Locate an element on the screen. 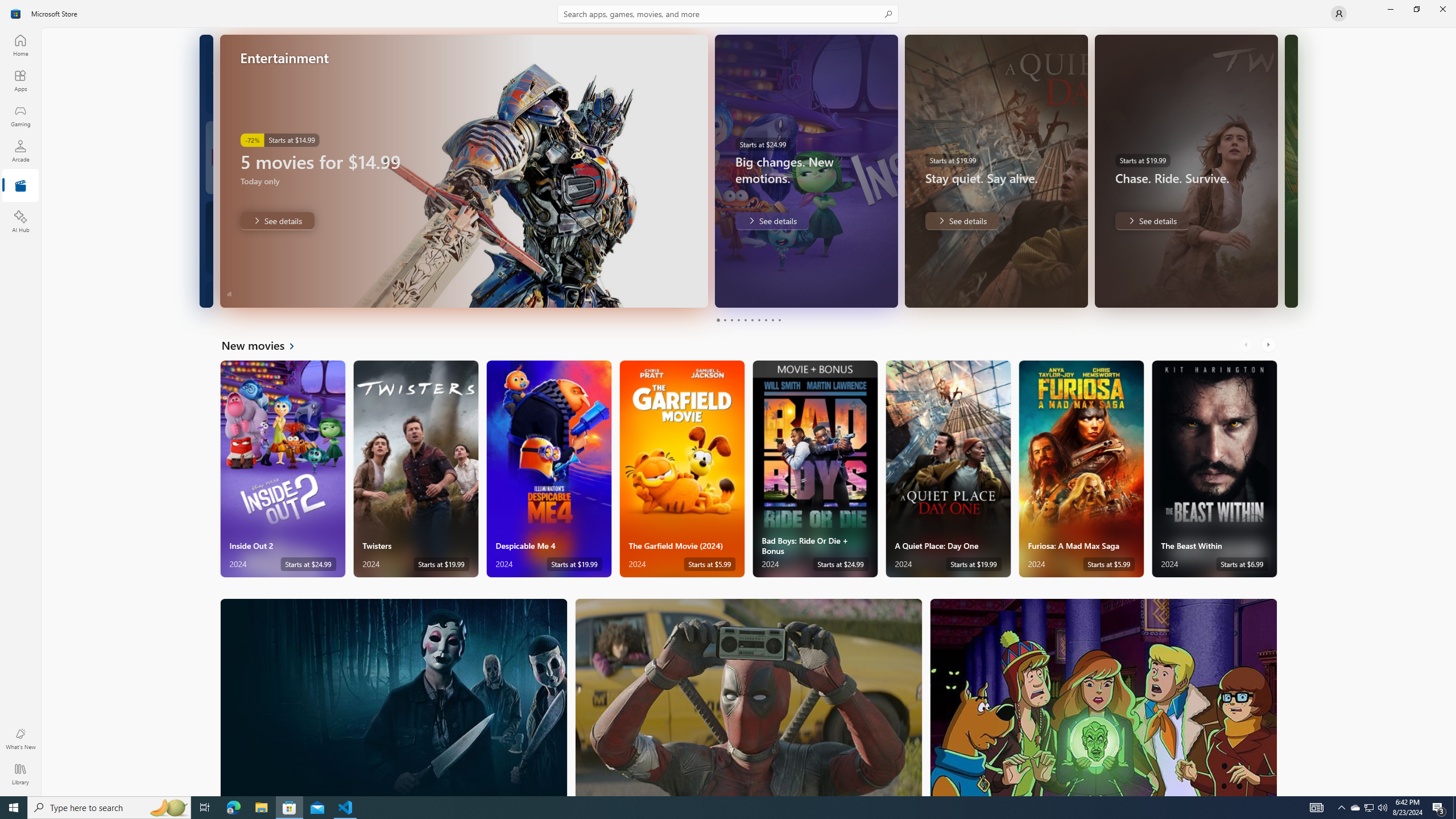  'Page 3' is located at coordinates (731, 320).